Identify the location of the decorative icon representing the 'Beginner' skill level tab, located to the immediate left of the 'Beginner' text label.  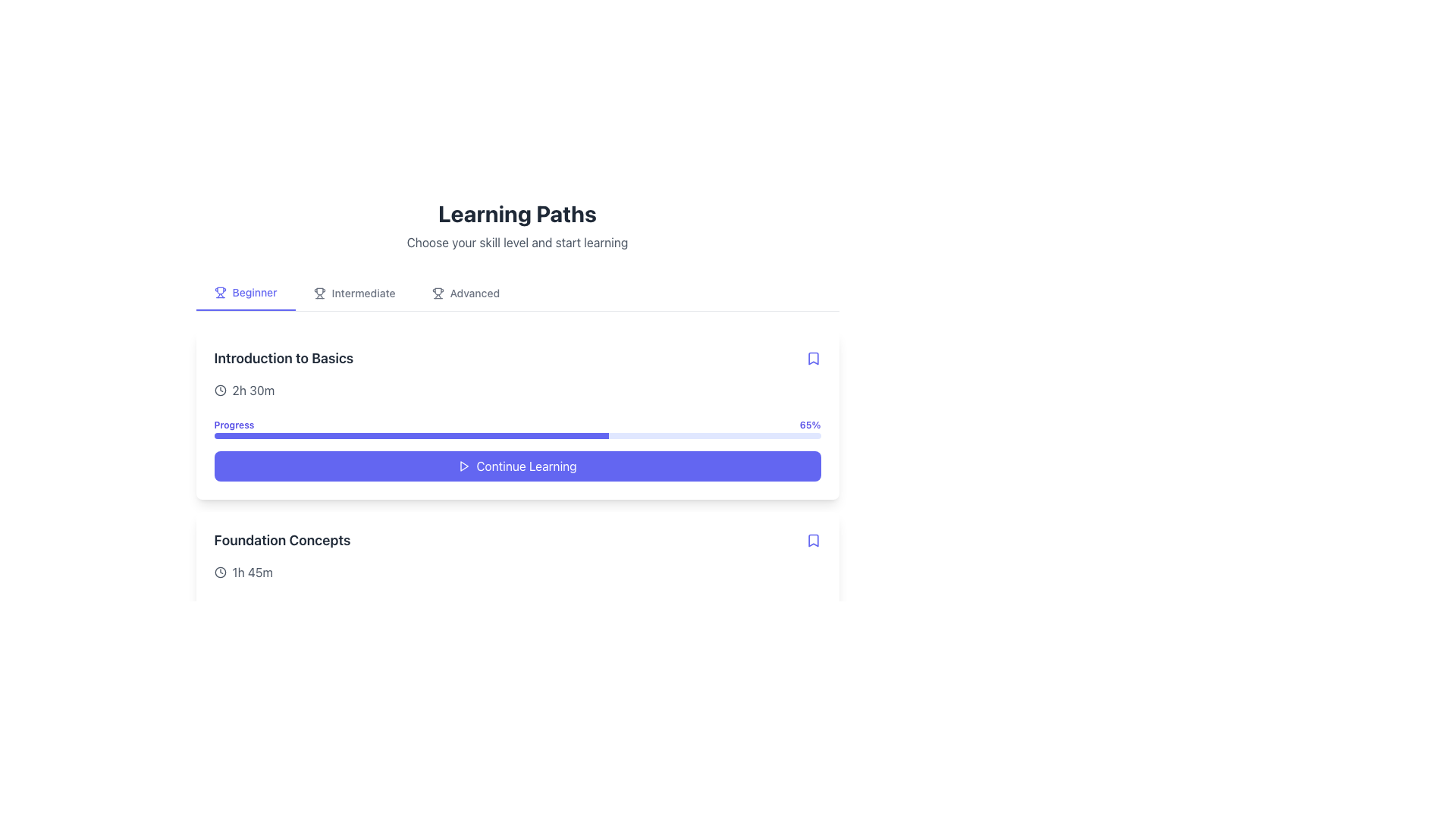
(219, 292).